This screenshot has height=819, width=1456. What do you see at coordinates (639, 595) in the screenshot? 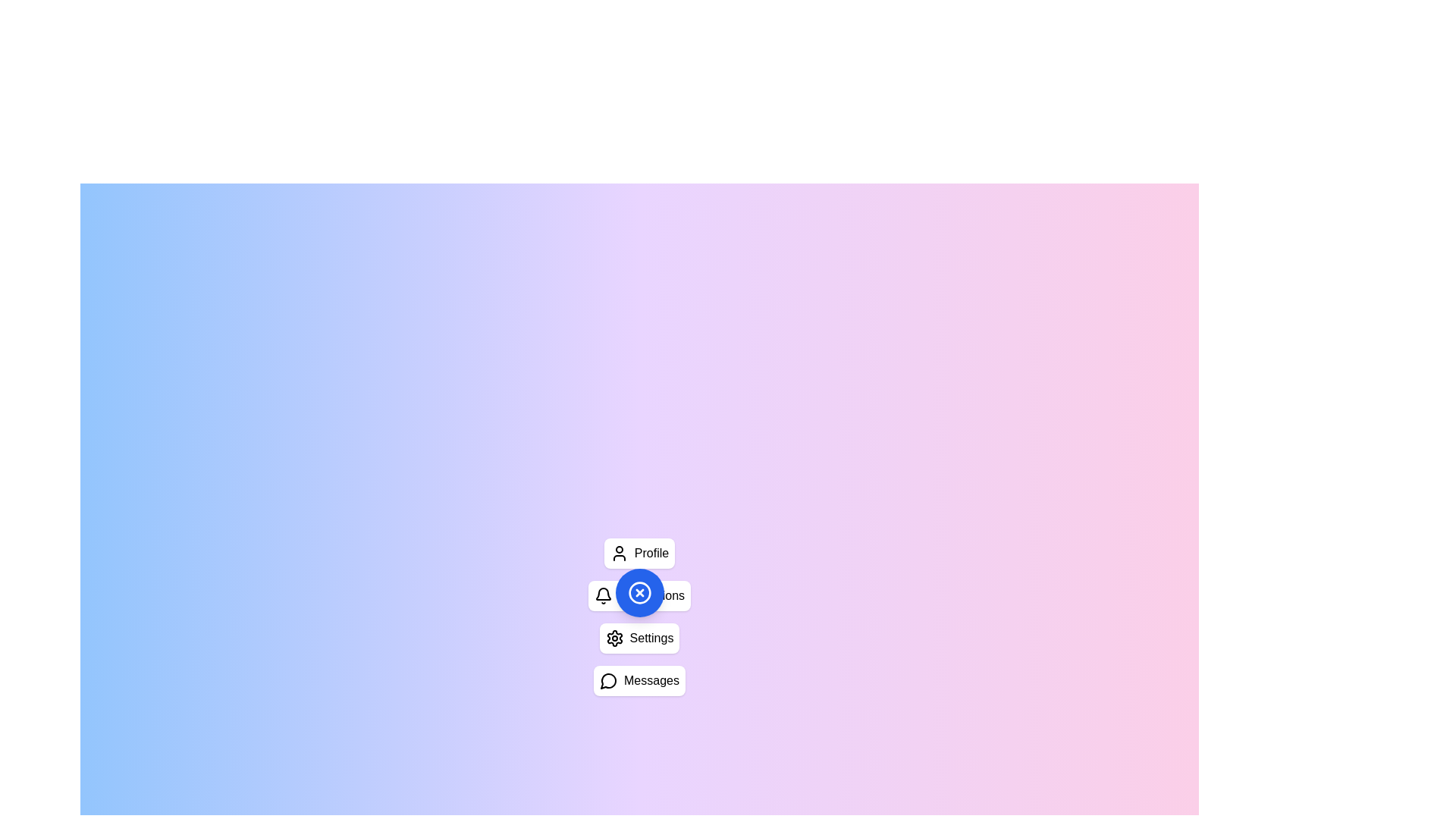
I see `the 'Notifications' button in the speed dial` at bounding box center [639, 595].